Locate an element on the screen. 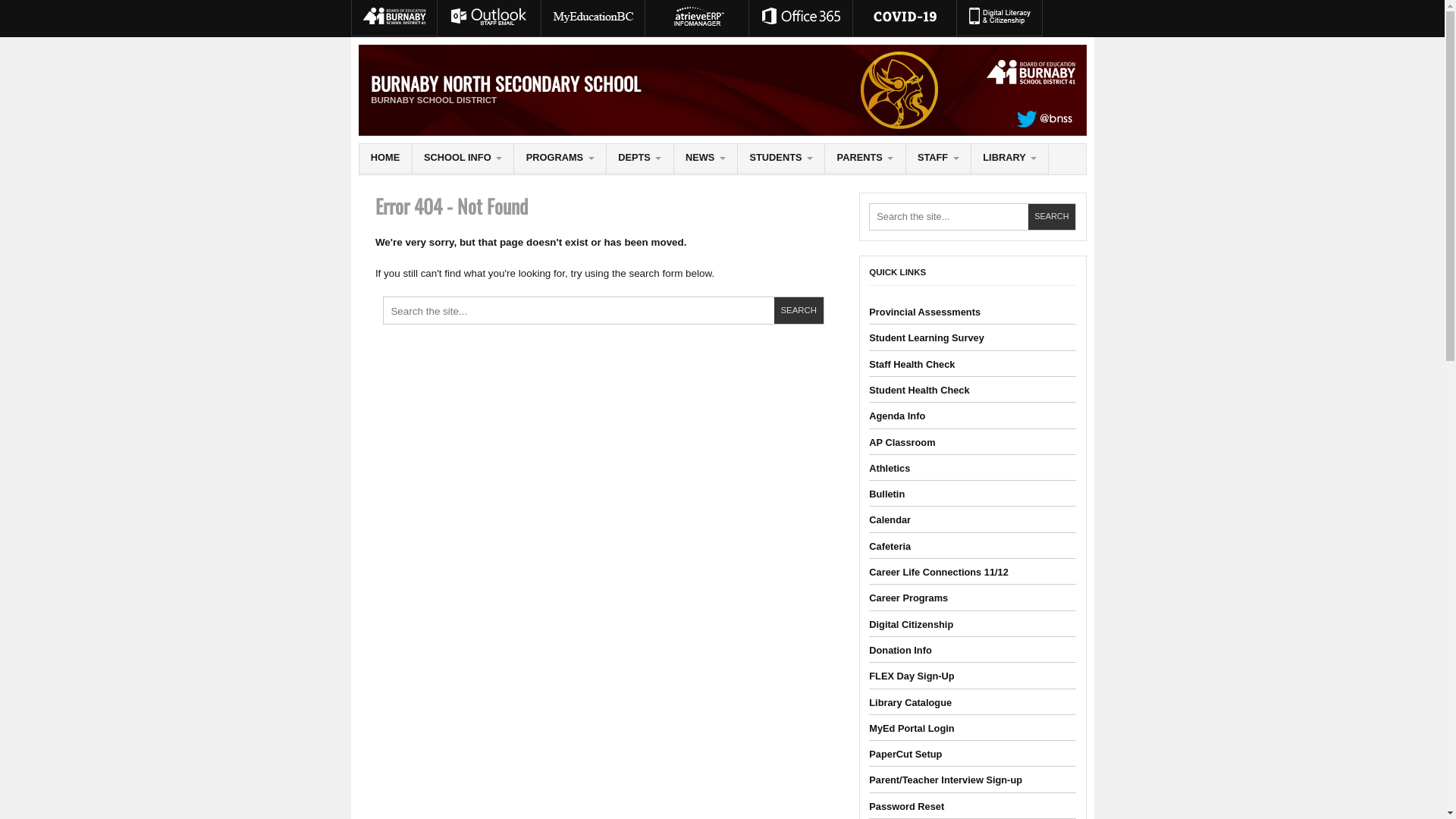 This screenshot has width=1456, height=819. 'Library Catalogue' is located at coordinates (869, 702).